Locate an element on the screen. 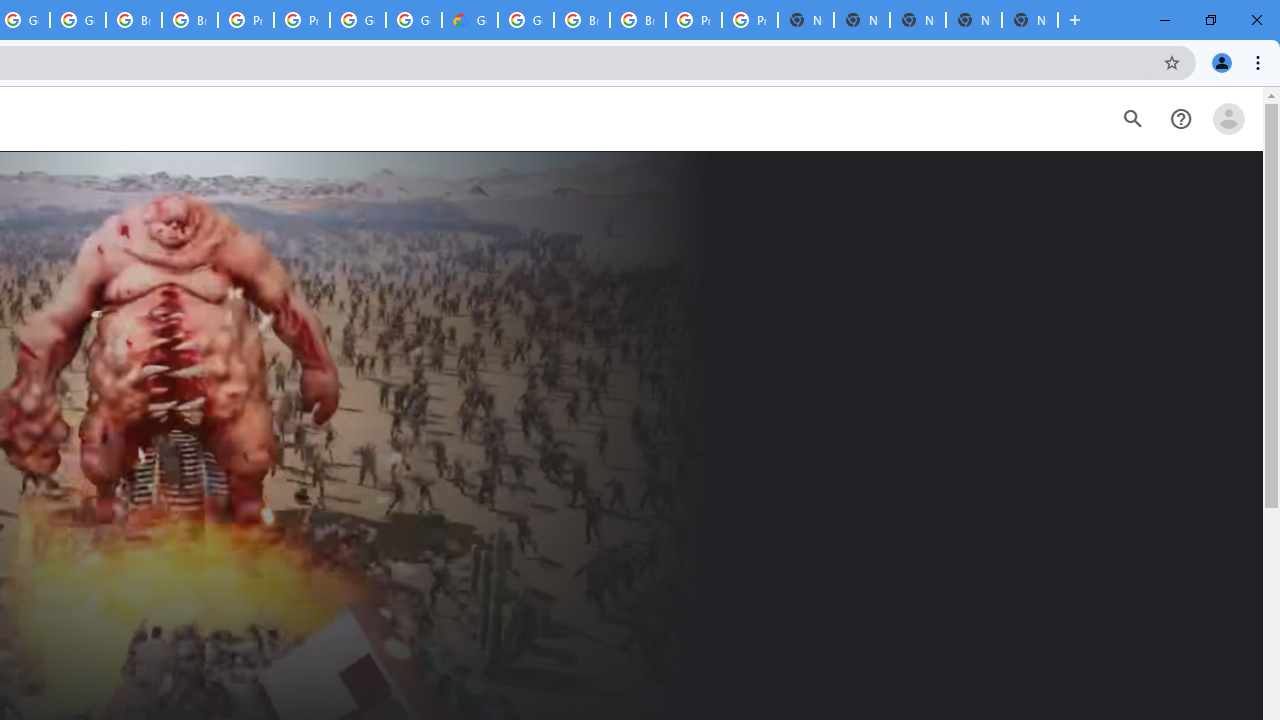  'Help Center' is located at coordinates (1180, 119).